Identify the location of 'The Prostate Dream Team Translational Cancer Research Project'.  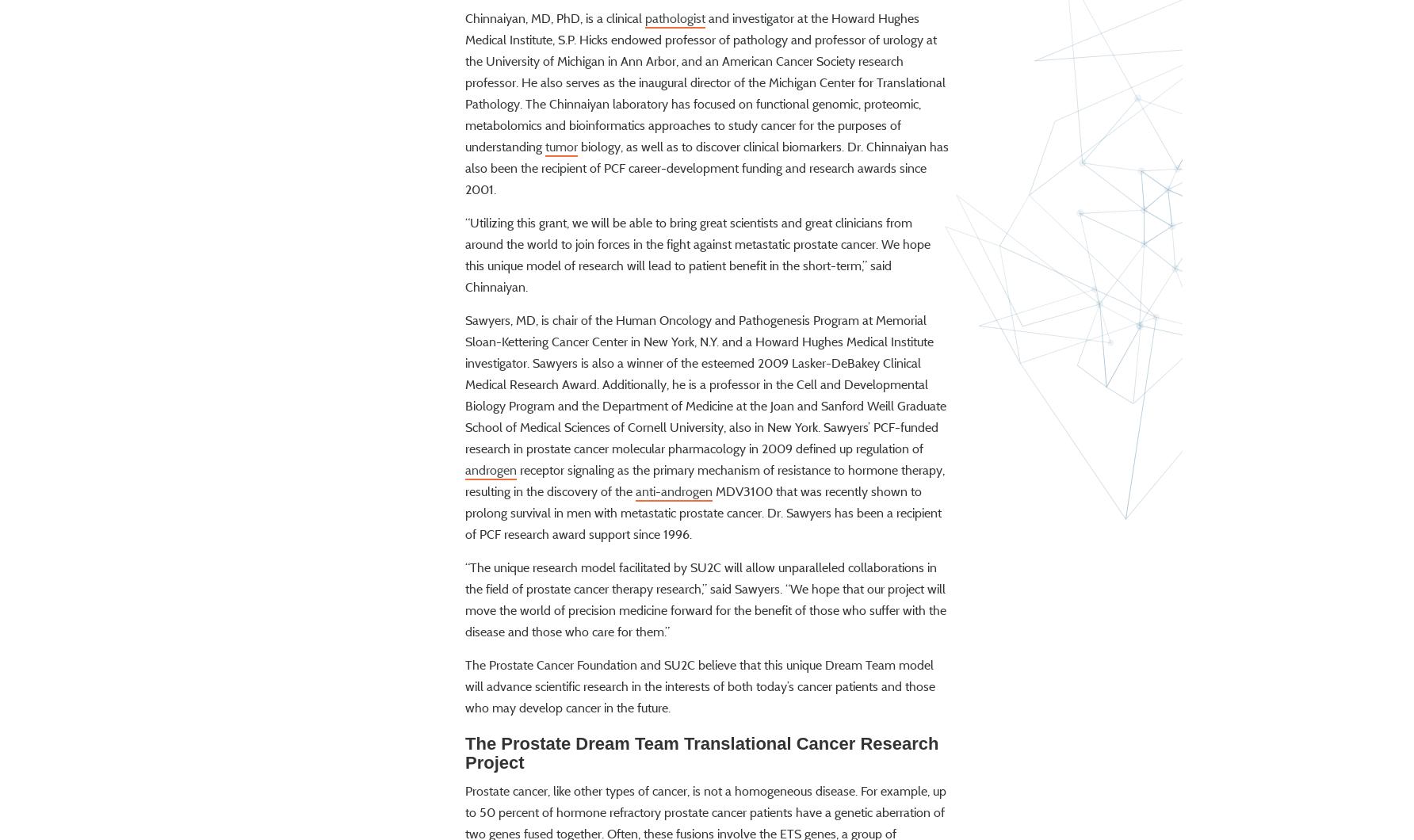
(464, 797).